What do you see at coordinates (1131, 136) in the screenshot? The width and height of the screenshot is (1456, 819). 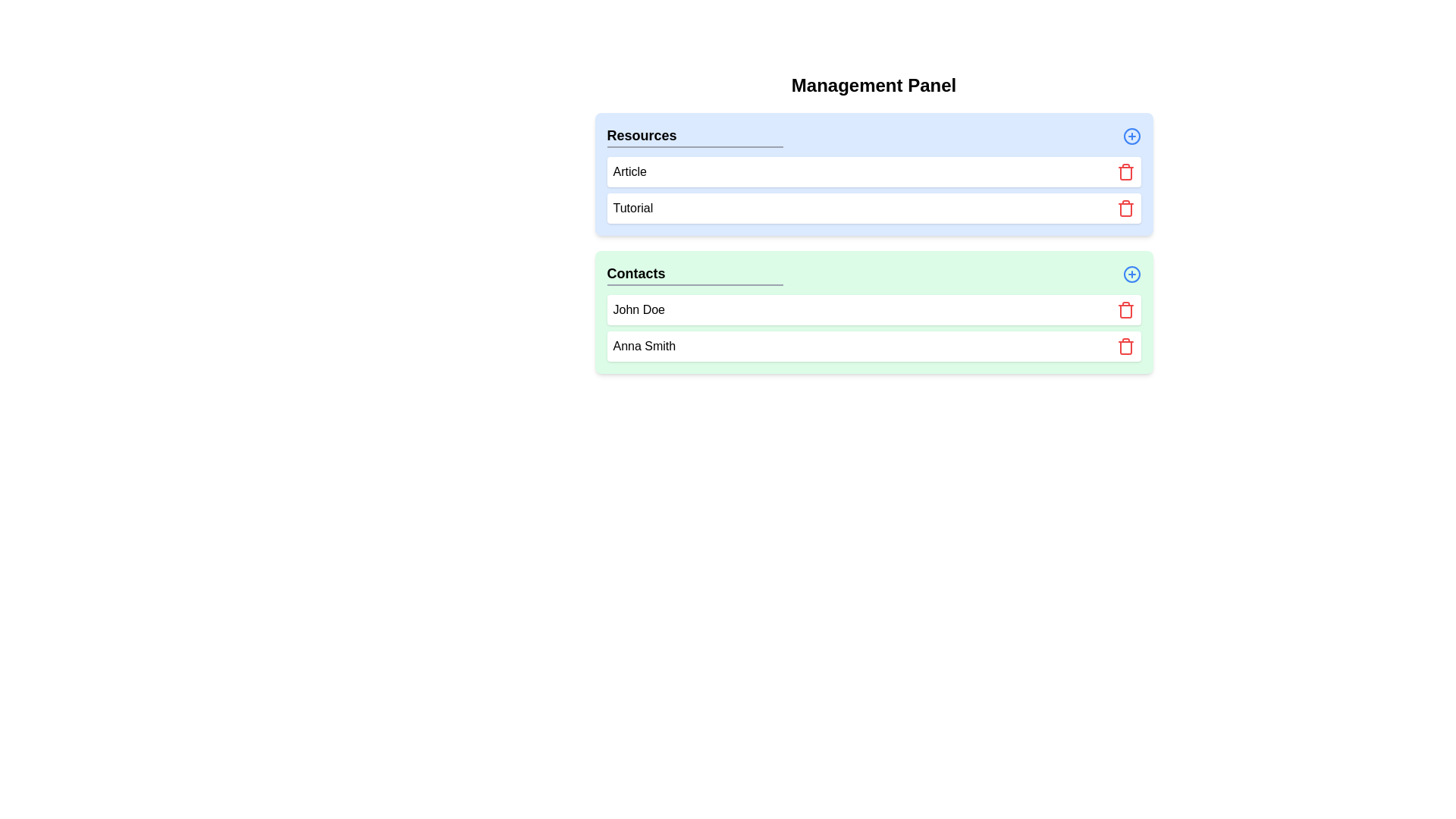 I see `'+' button for the category Resources to add a new element` at bounding box center [1131, 136].